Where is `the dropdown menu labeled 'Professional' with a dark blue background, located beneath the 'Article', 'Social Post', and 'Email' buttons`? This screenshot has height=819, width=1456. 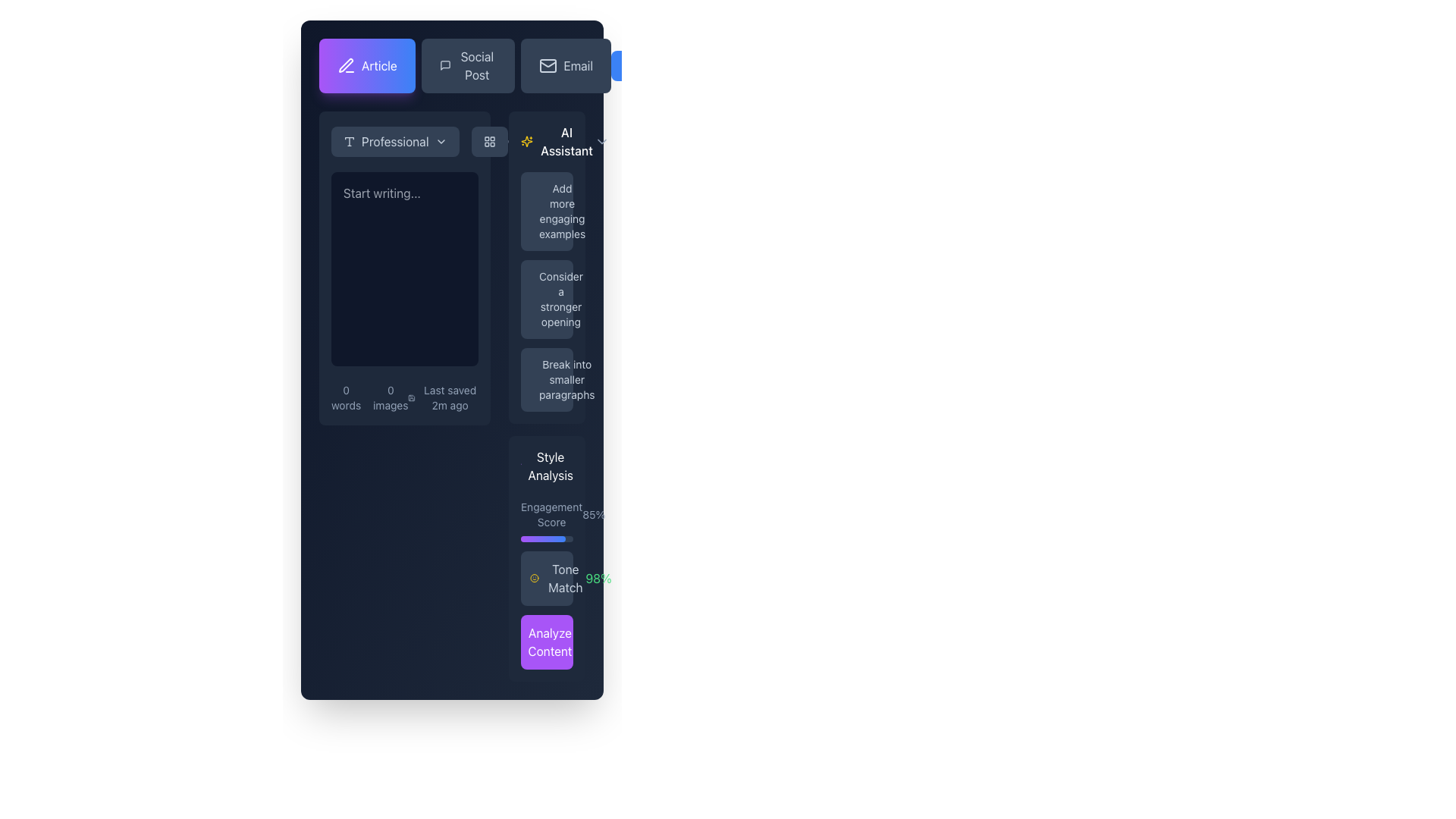 the dropdown menu labeled 'Professional' with a dark blue background, located beneath the 'Article', 'Social Post', and 'Email' buttons is located at coordinates (404, 141).